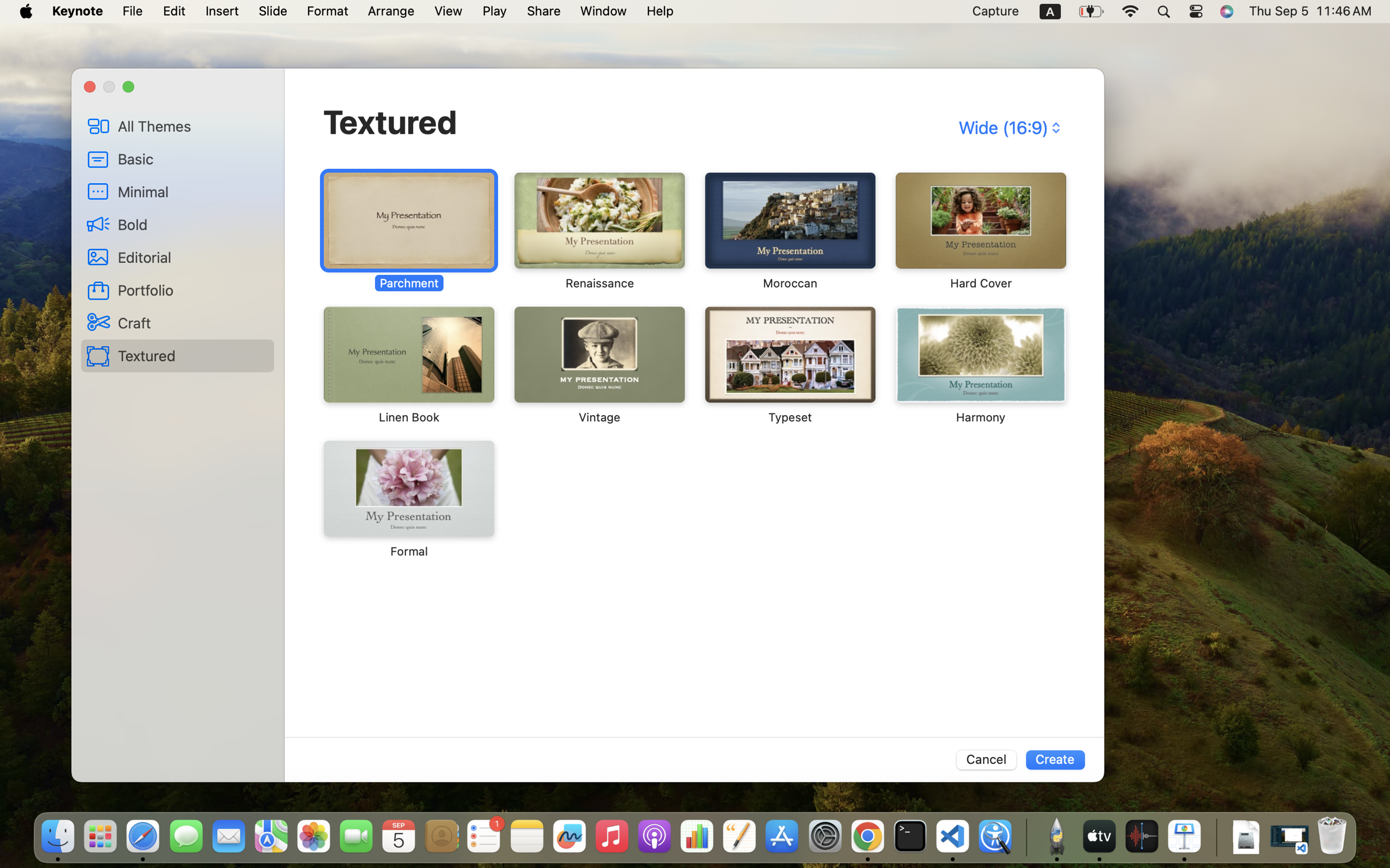  I want to click on 'Craft', so click(192, 322).